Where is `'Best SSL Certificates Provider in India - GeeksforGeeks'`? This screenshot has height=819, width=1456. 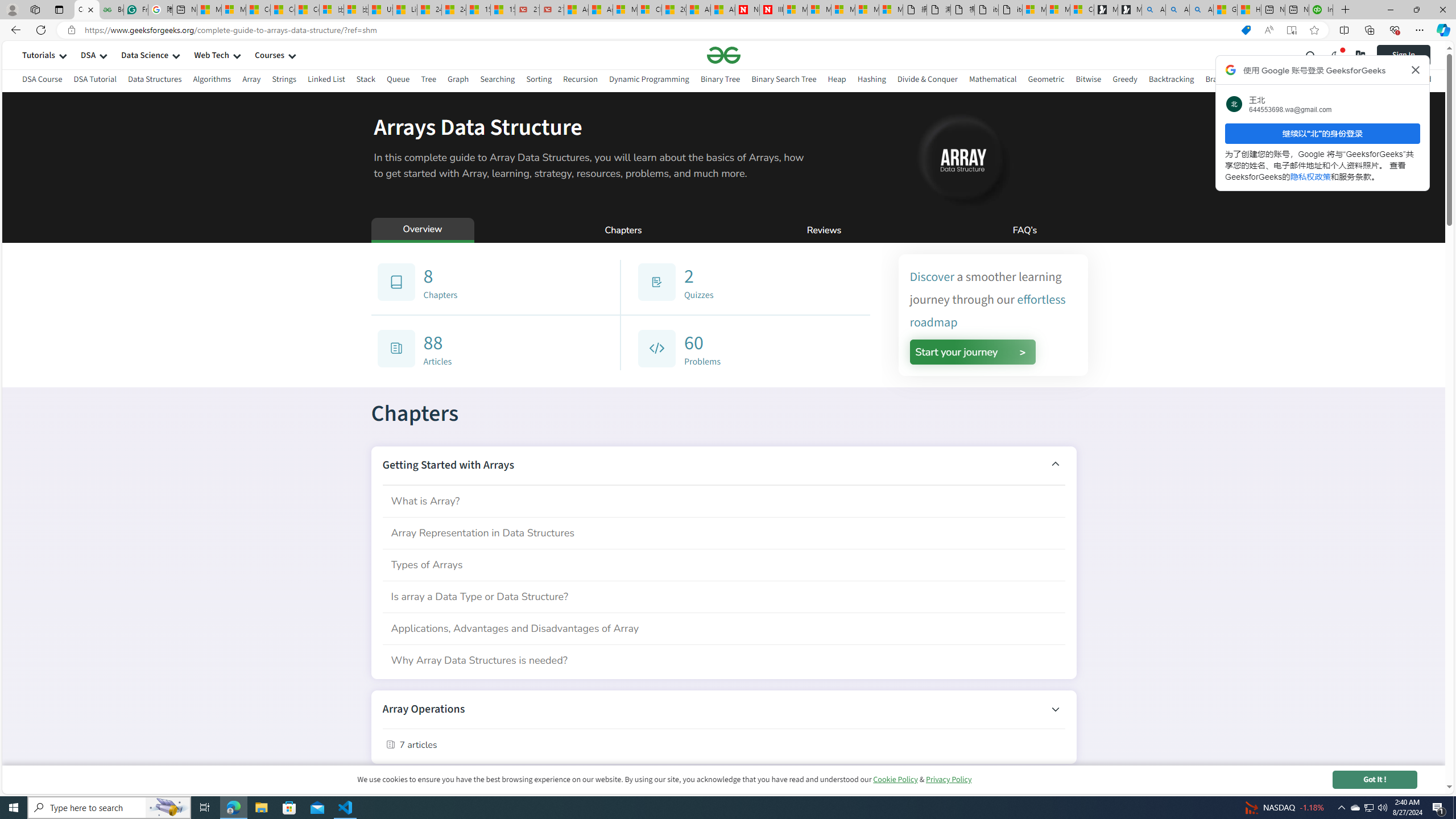
'Best SSL Certificates Provider in India - GeeksforGeeks' is located at coordinates (111, 9).